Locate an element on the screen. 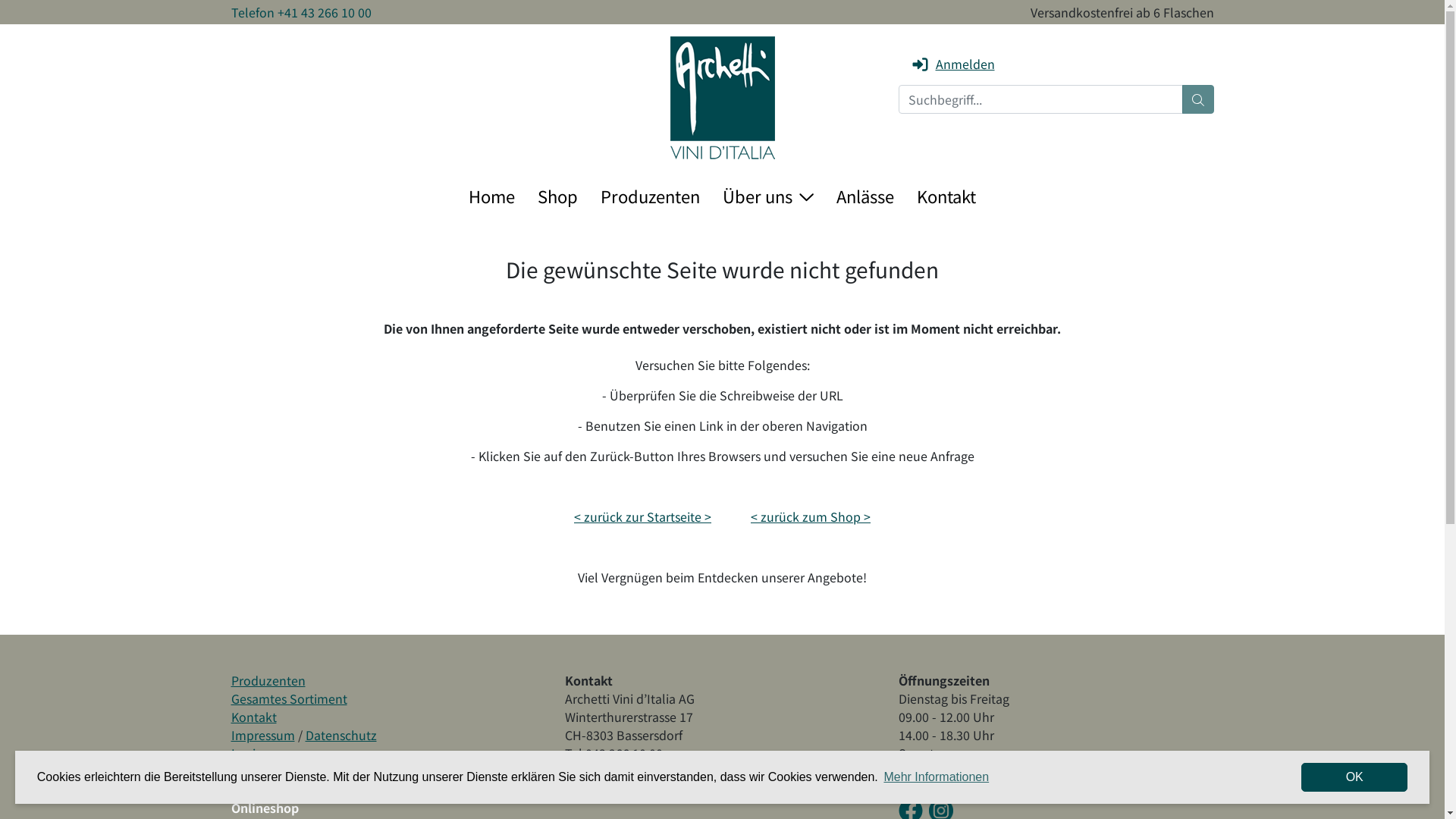 The width and height of the screenshot is (1456, 819). 'info@archetti.ch' is located at coordinates (611, 771).